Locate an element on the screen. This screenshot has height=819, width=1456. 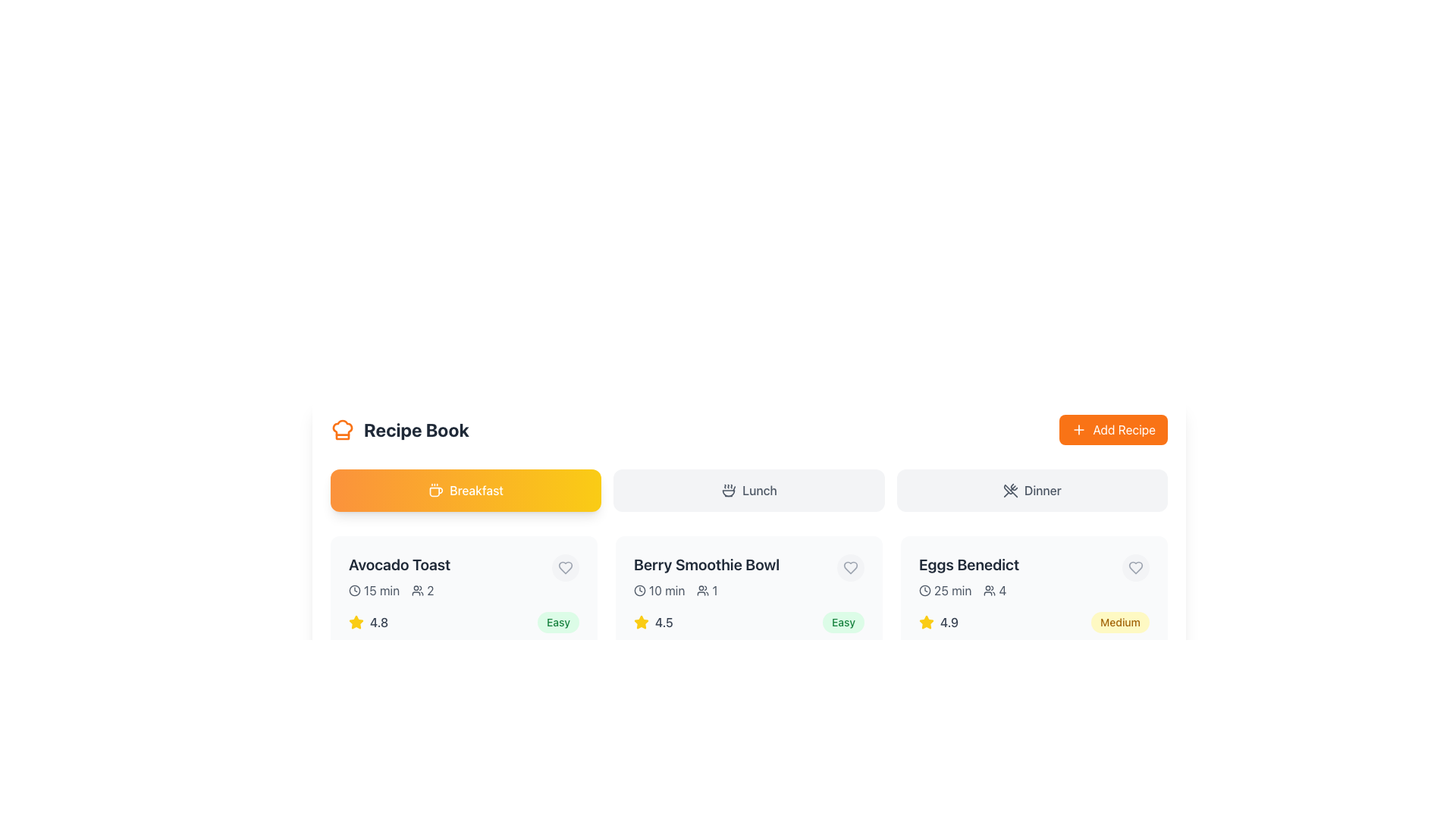
text of the label that reads 'Breakfast', which is styled in white on an orange to yellow gradient background button is located at coordinates (475, 491).